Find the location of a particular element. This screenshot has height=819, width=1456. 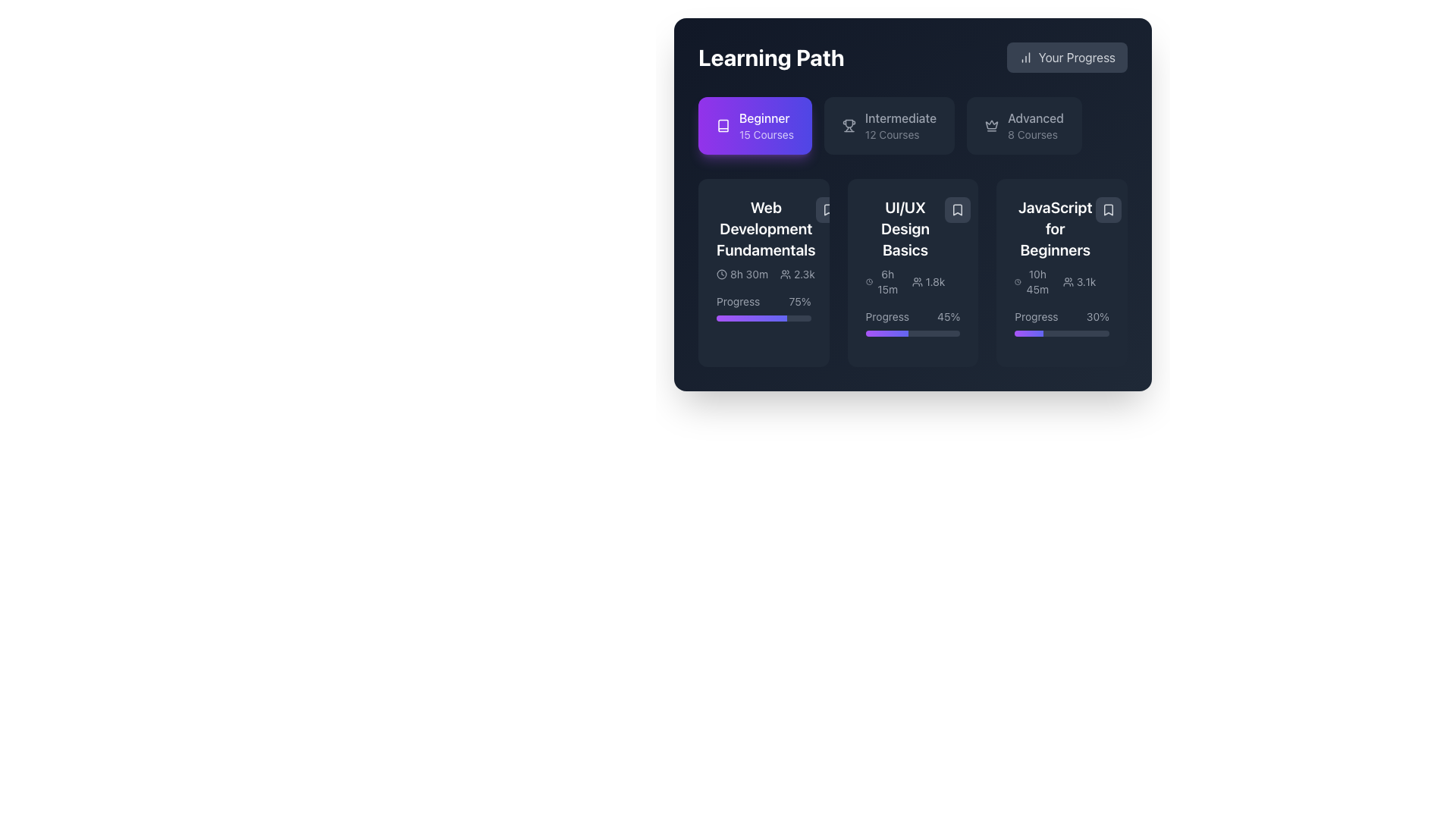

the progress is located at coordinates (782, 318).